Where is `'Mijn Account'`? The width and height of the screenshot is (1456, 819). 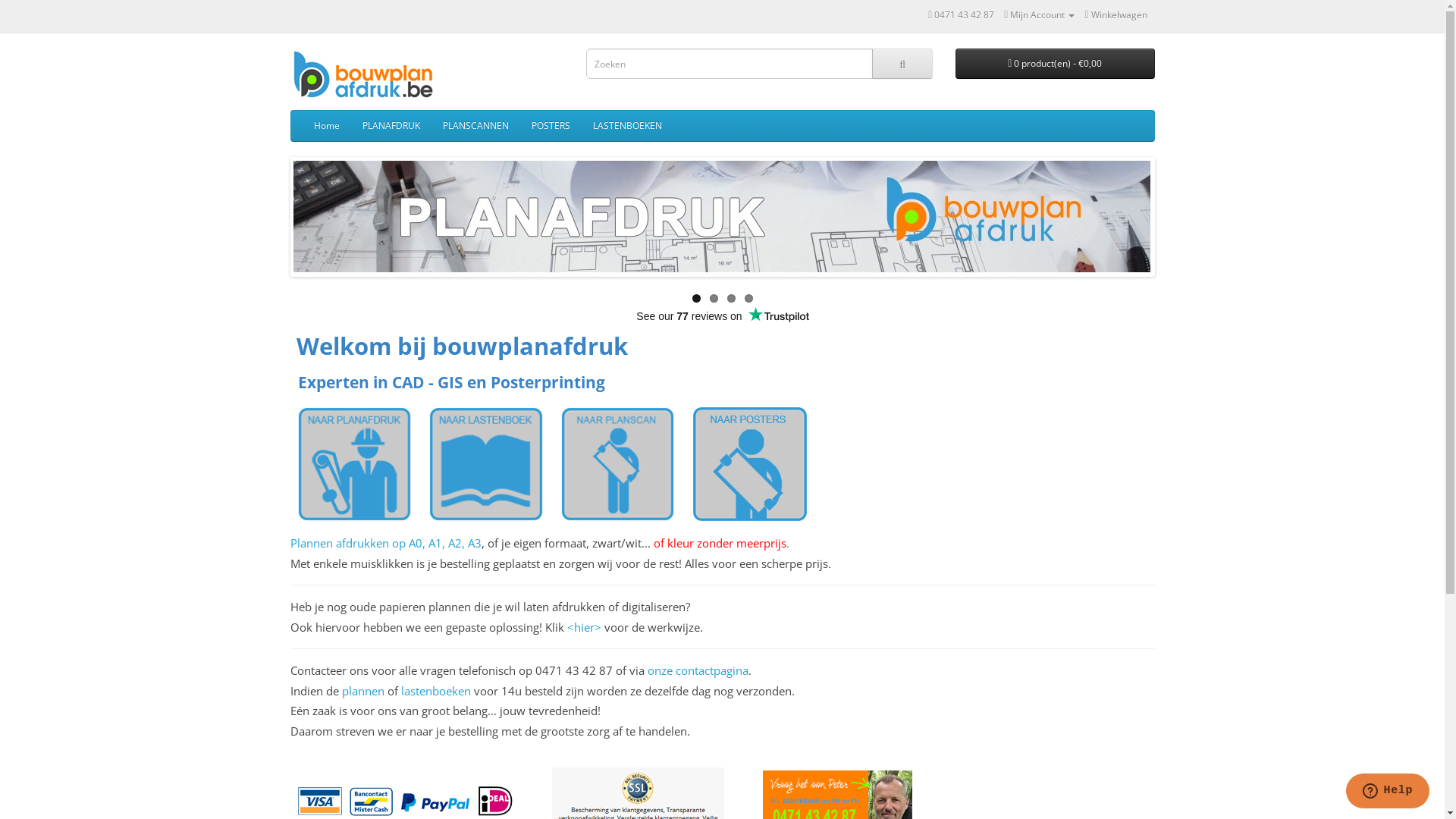 'Mijn Account' is located at coordinates (1038, 14).